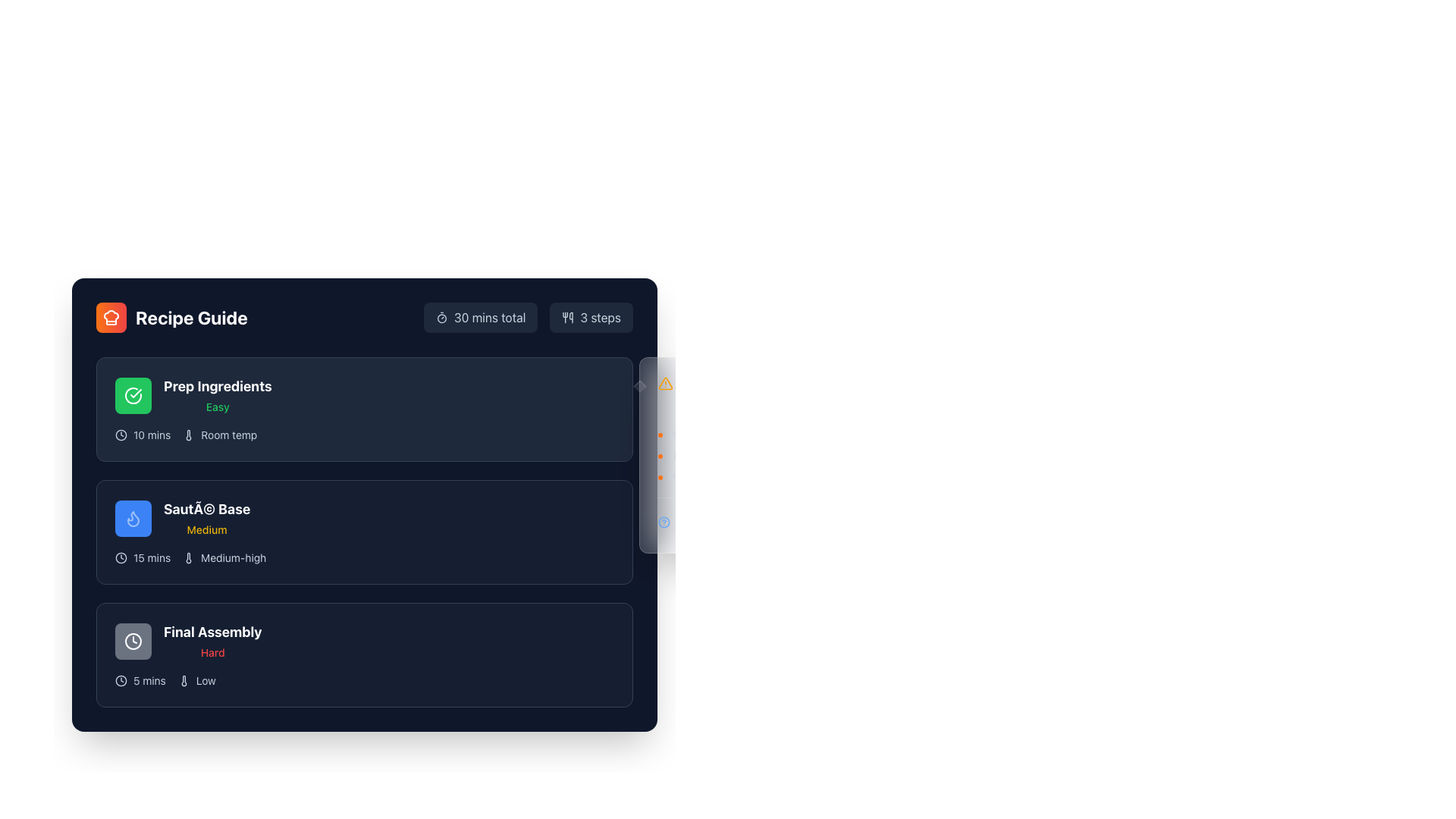  I want to click on the Static Label that communicates the total number of steps in a process, located at the top-right corner of the content area, adjacent to an icon resembling utensils, so click(600, 317).